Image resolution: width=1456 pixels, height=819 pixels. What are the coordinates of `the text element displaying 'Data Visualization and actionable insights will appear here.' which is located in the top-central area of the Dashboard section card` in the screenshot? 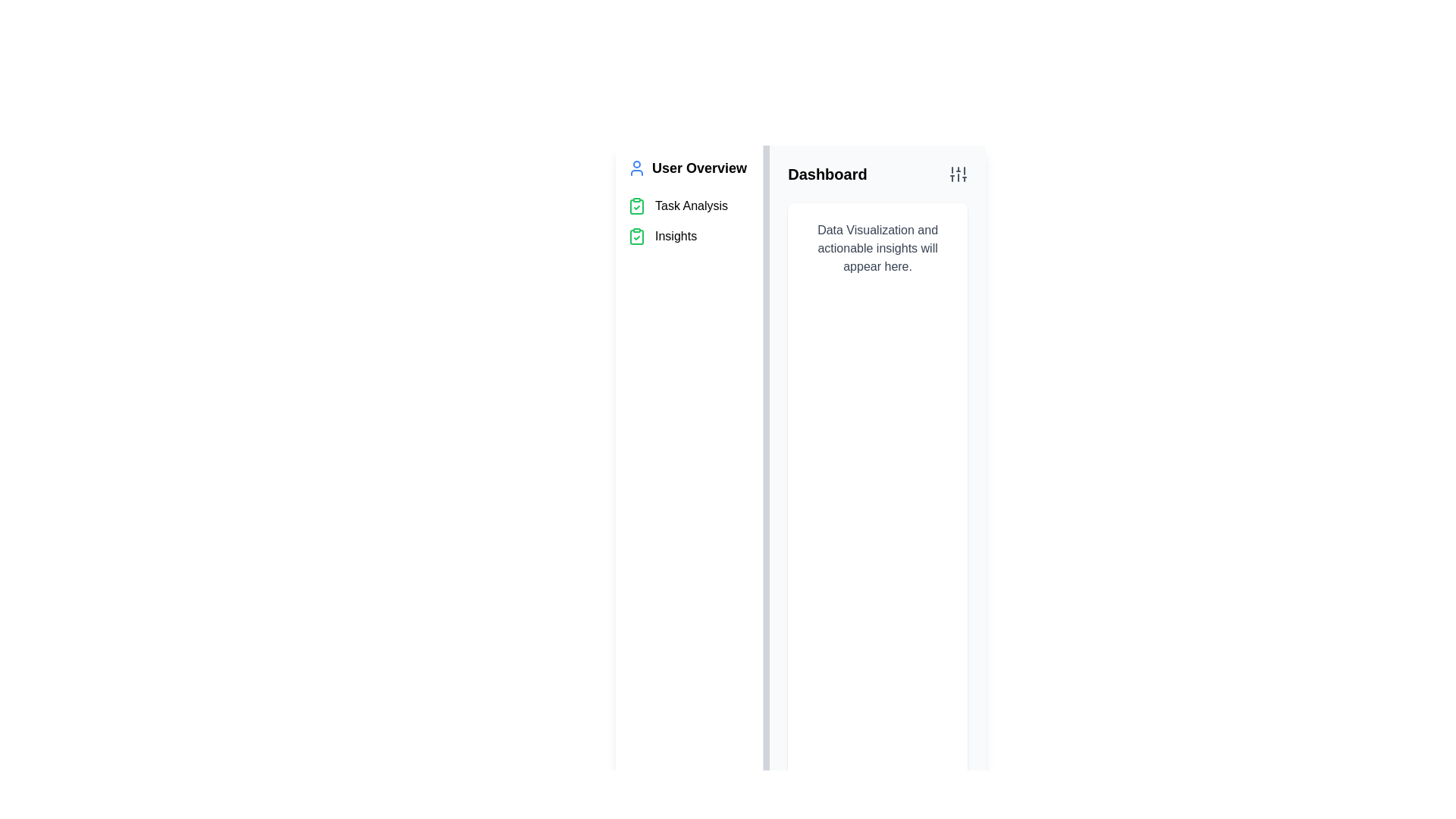 It's located at (877, 247).